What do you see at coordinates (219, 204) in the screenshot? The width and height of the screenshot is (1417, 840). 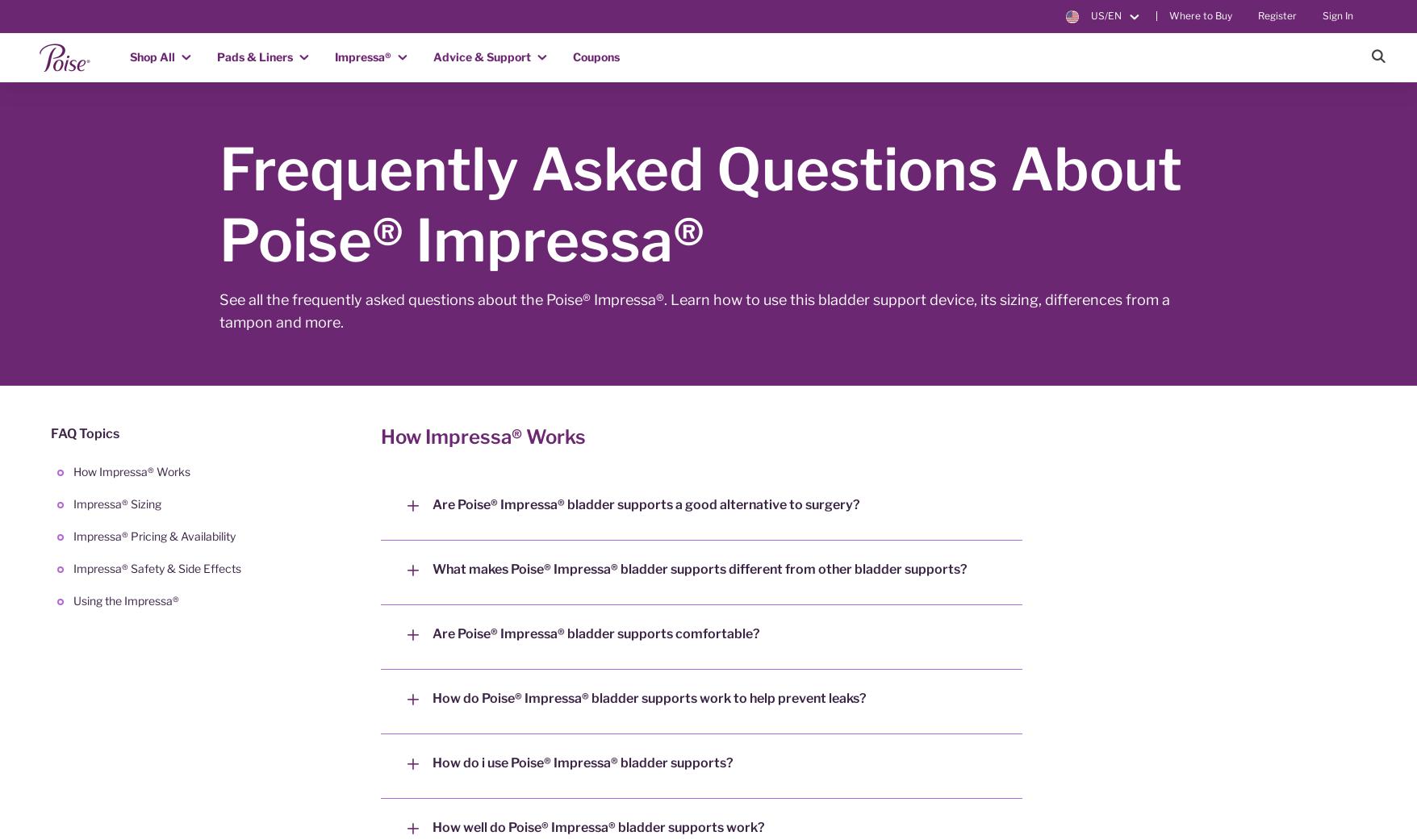 I see `'Frequently Asked Questions About Poise® Impressa®'` at bounding box center [219, 204].